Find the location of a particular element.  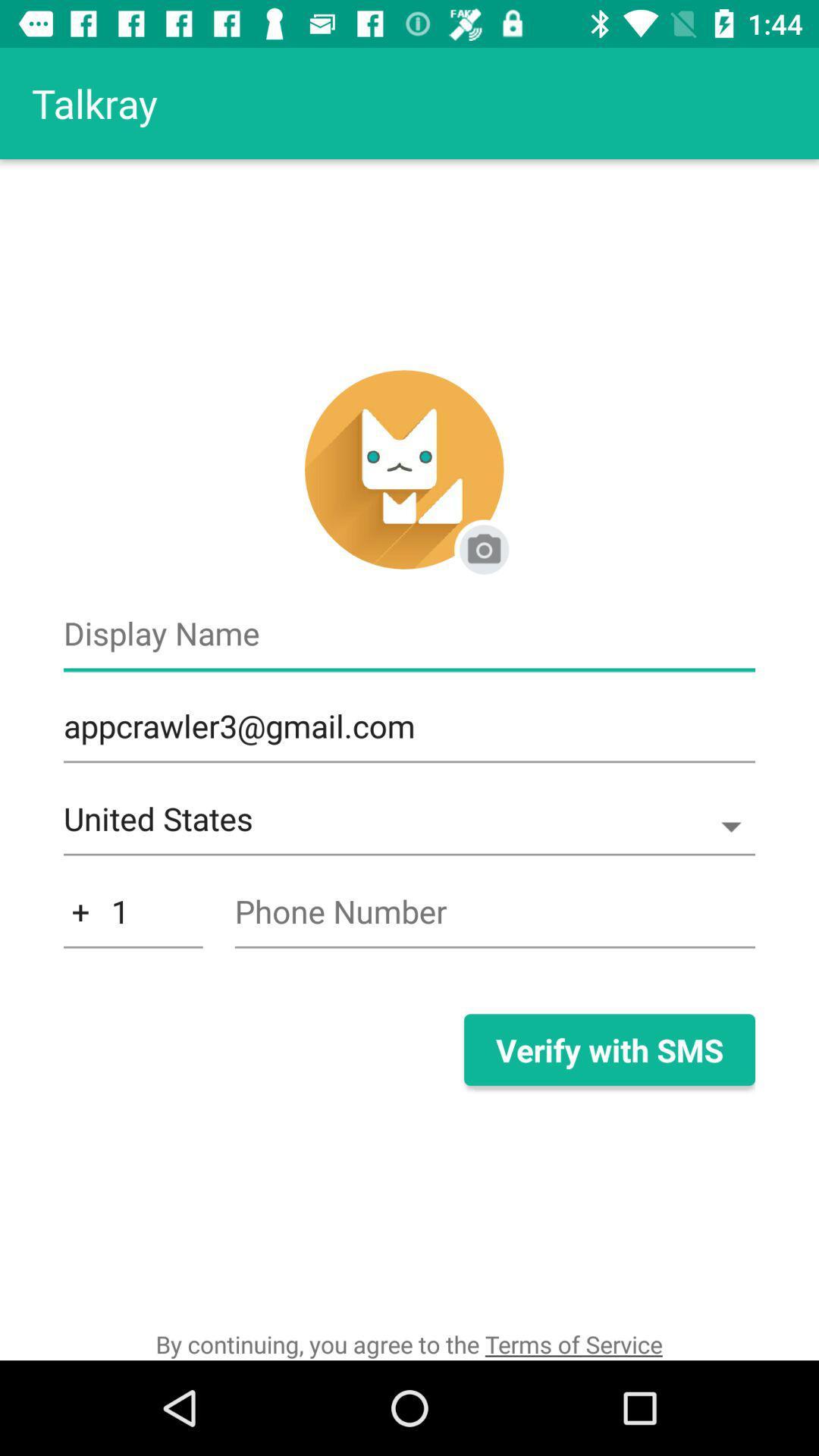

united states icon is located at coordinates (409, 826).